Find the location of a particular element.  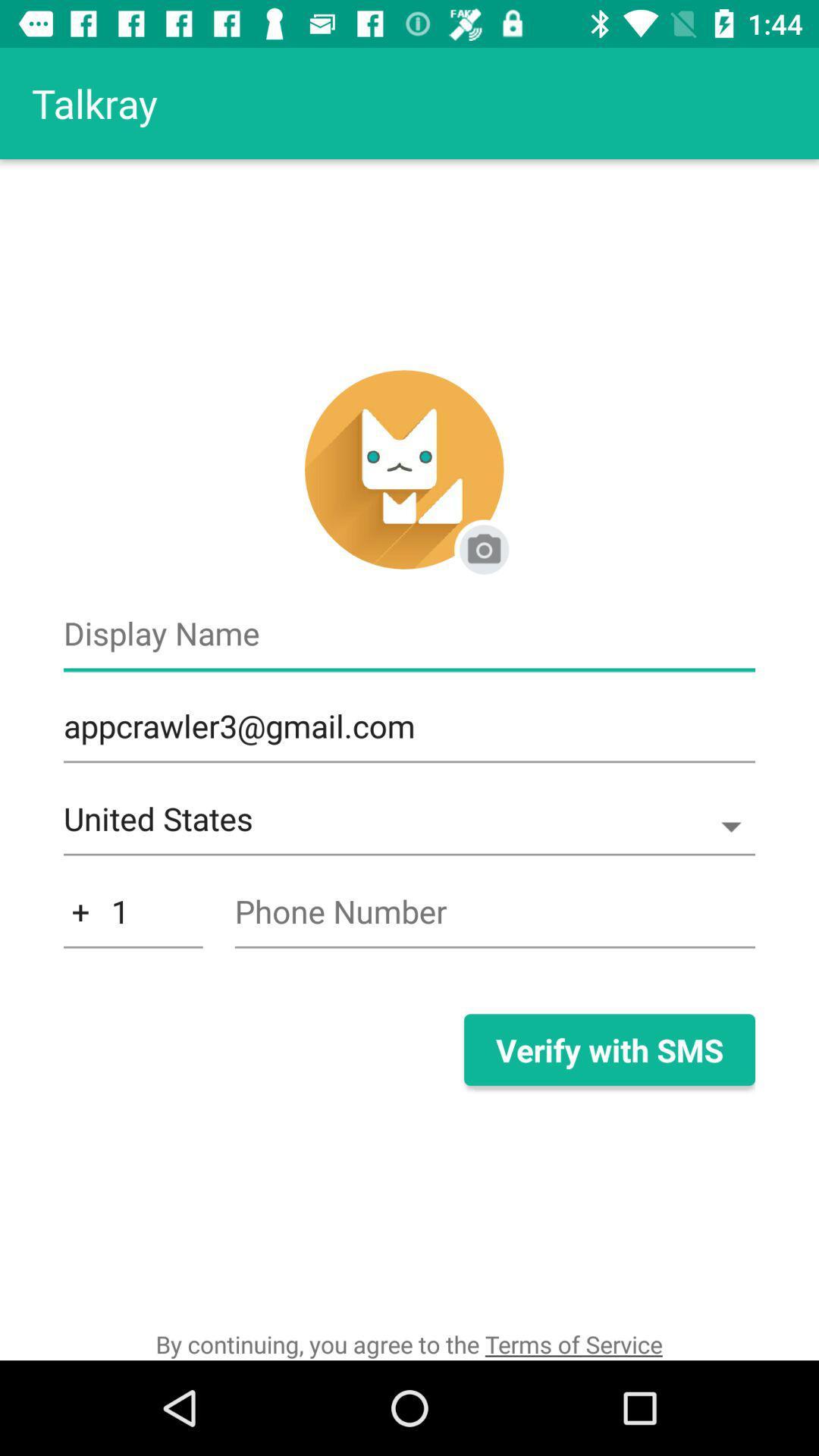

united states icon is located at coordinates (409, 826).